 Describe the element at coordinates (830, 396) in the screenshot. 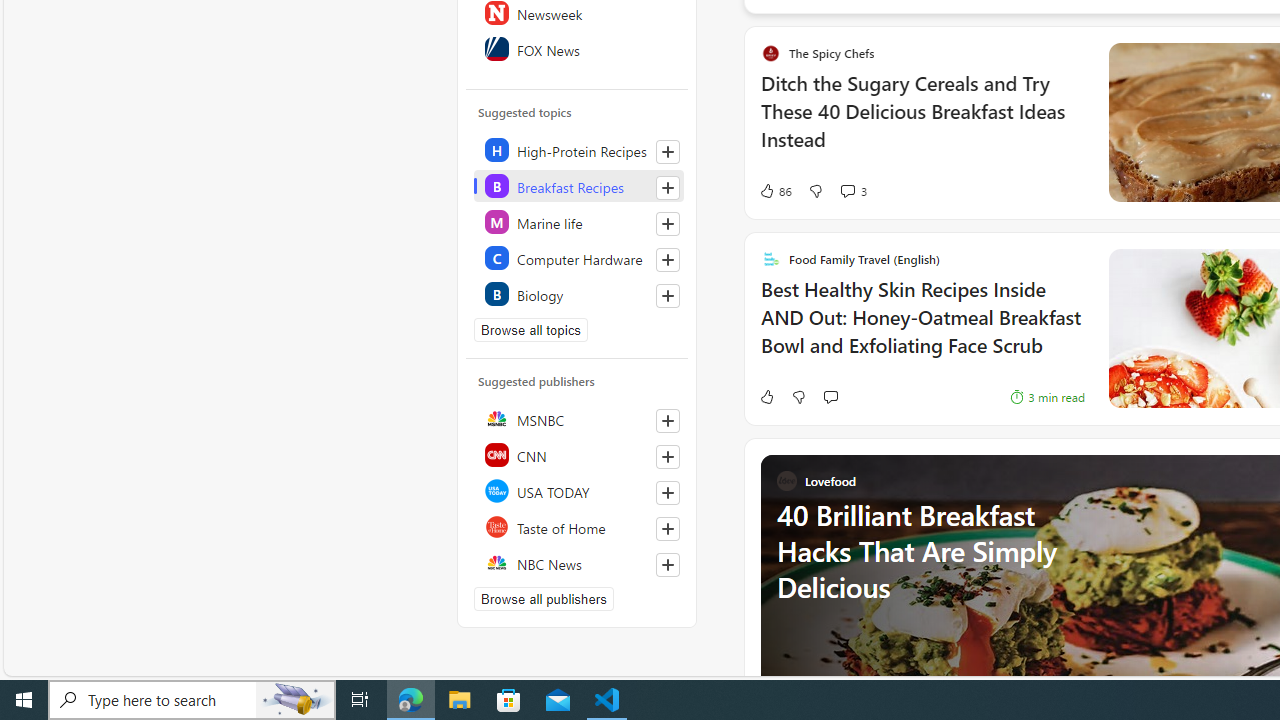

I see `'Start the conversation'` at that location.